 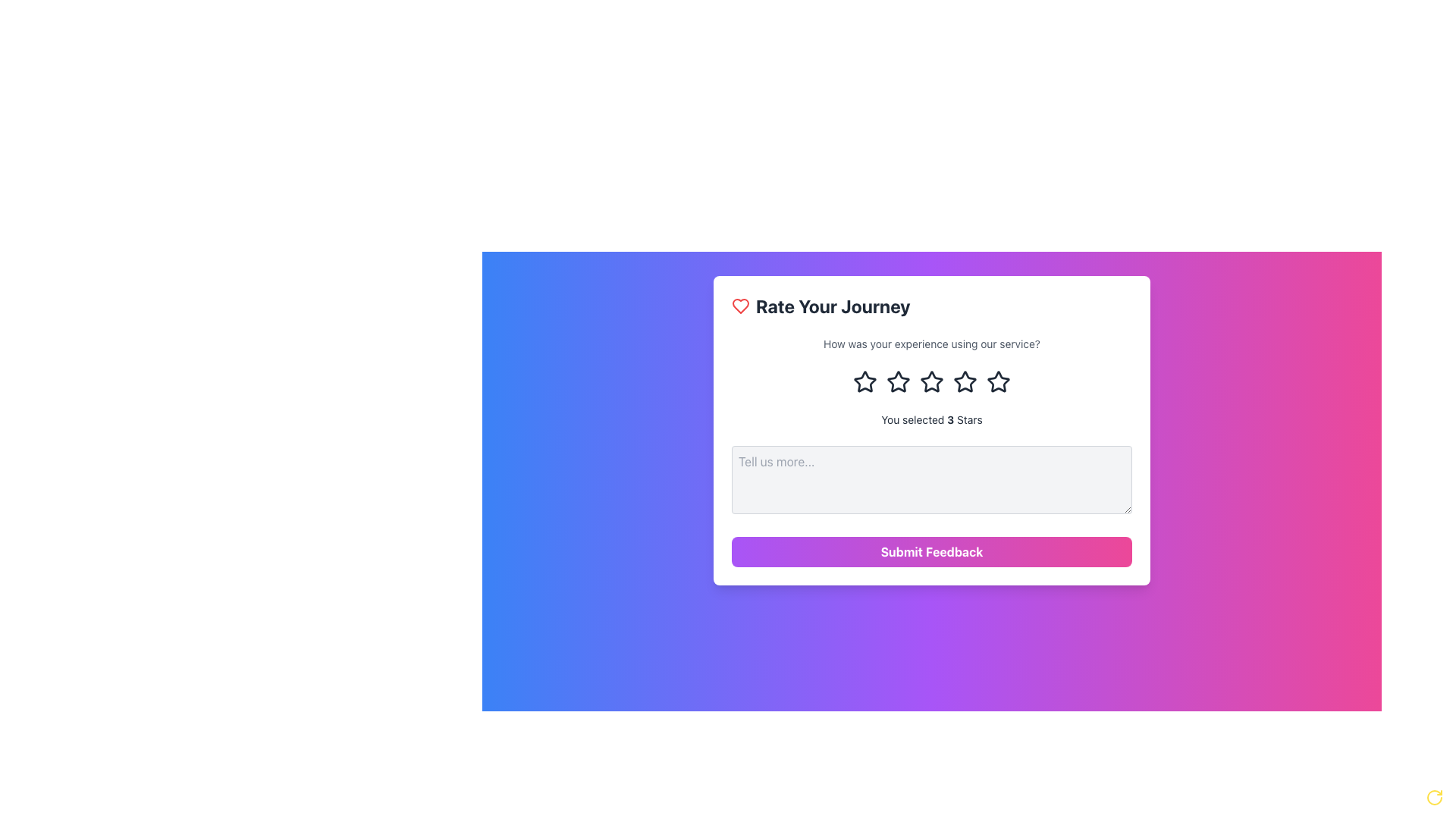 I want to click on the third star in the row of five in the rating interface, so click(x=964, y=381).